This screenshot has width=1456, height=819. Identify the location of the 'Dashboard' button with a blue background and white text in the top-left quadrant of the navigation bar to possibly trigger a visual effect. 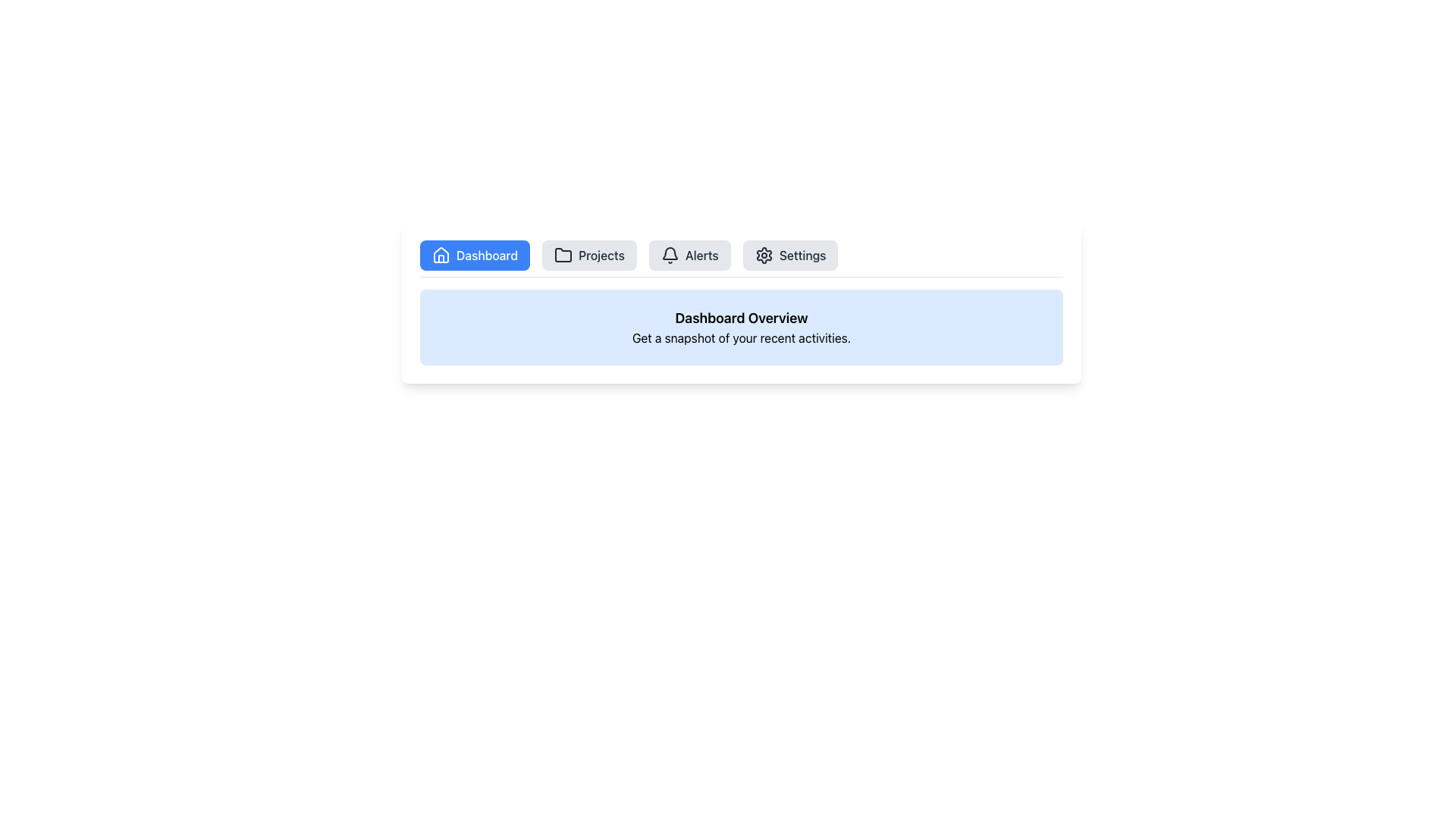
(474, 254).